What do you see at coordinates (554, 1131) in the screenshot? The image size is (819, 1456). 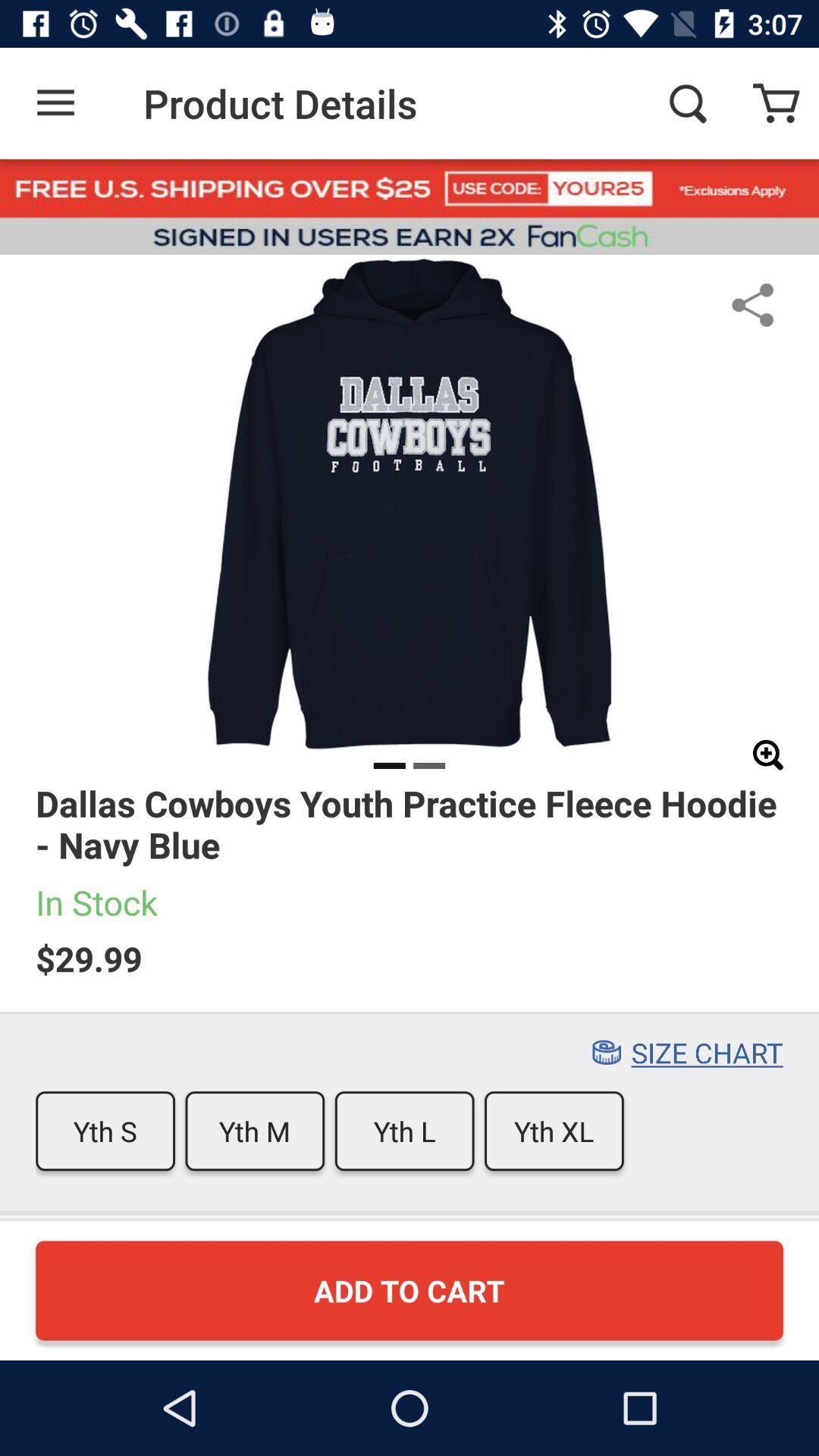 I see `item next to yth l` at bounding box center [554, 1131].